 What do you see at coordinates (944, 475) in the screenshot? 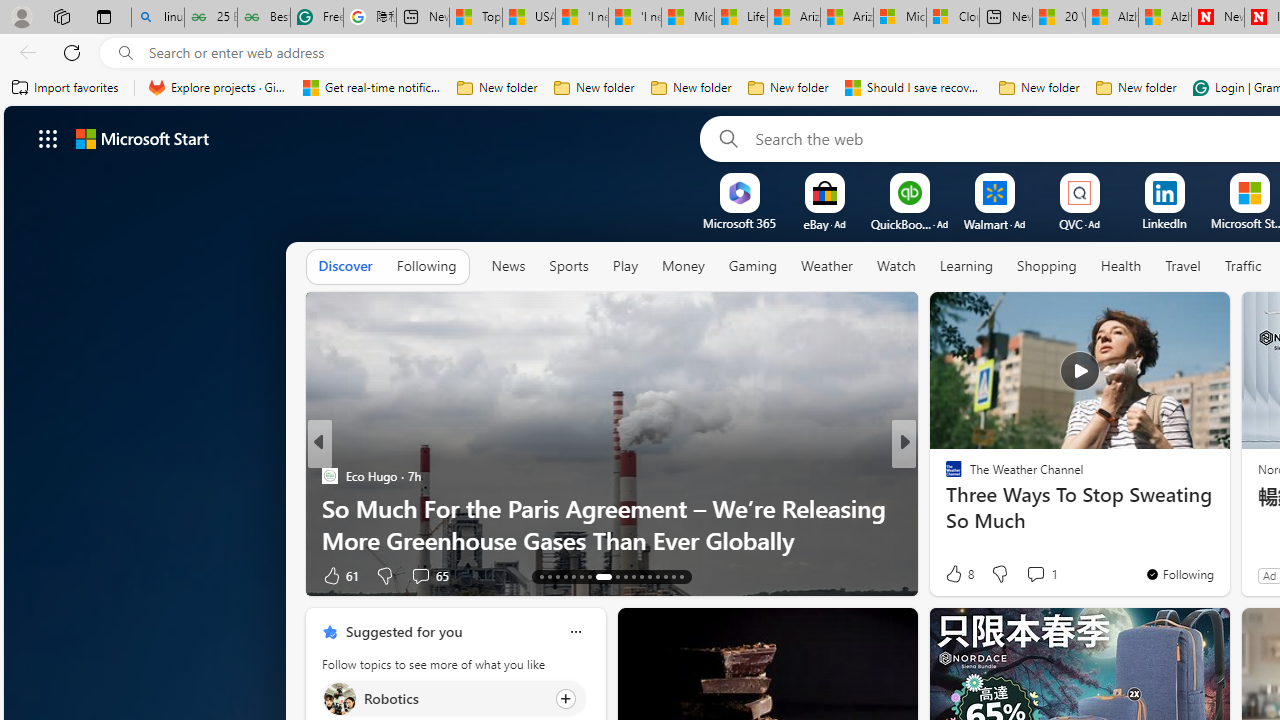
I see `'Wealth of Geeks'` at bounding box center [944, 475].